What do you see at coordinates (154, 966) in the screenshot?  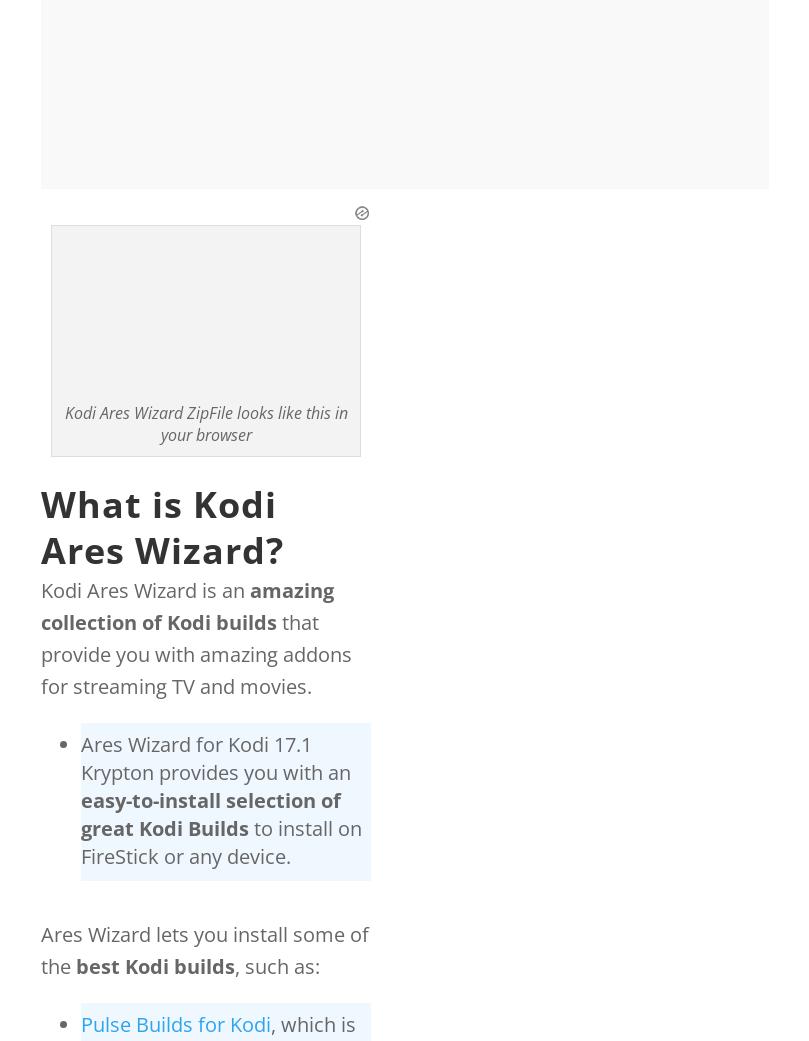 I see `'best Kodi builds'` at bounding box center [154, 966].